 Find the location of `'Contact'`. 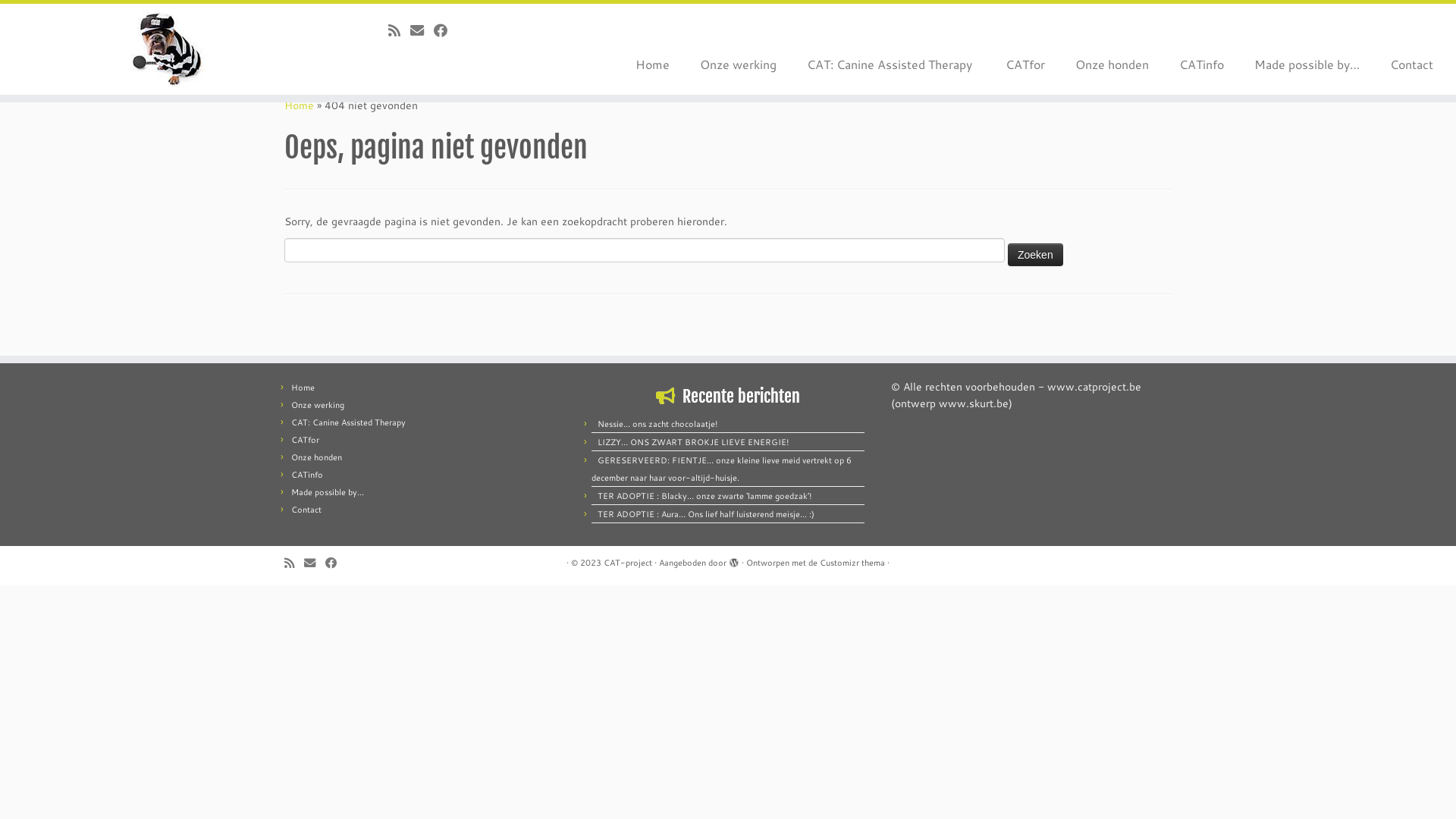

'Contact' is located at coordinates (291, 509).